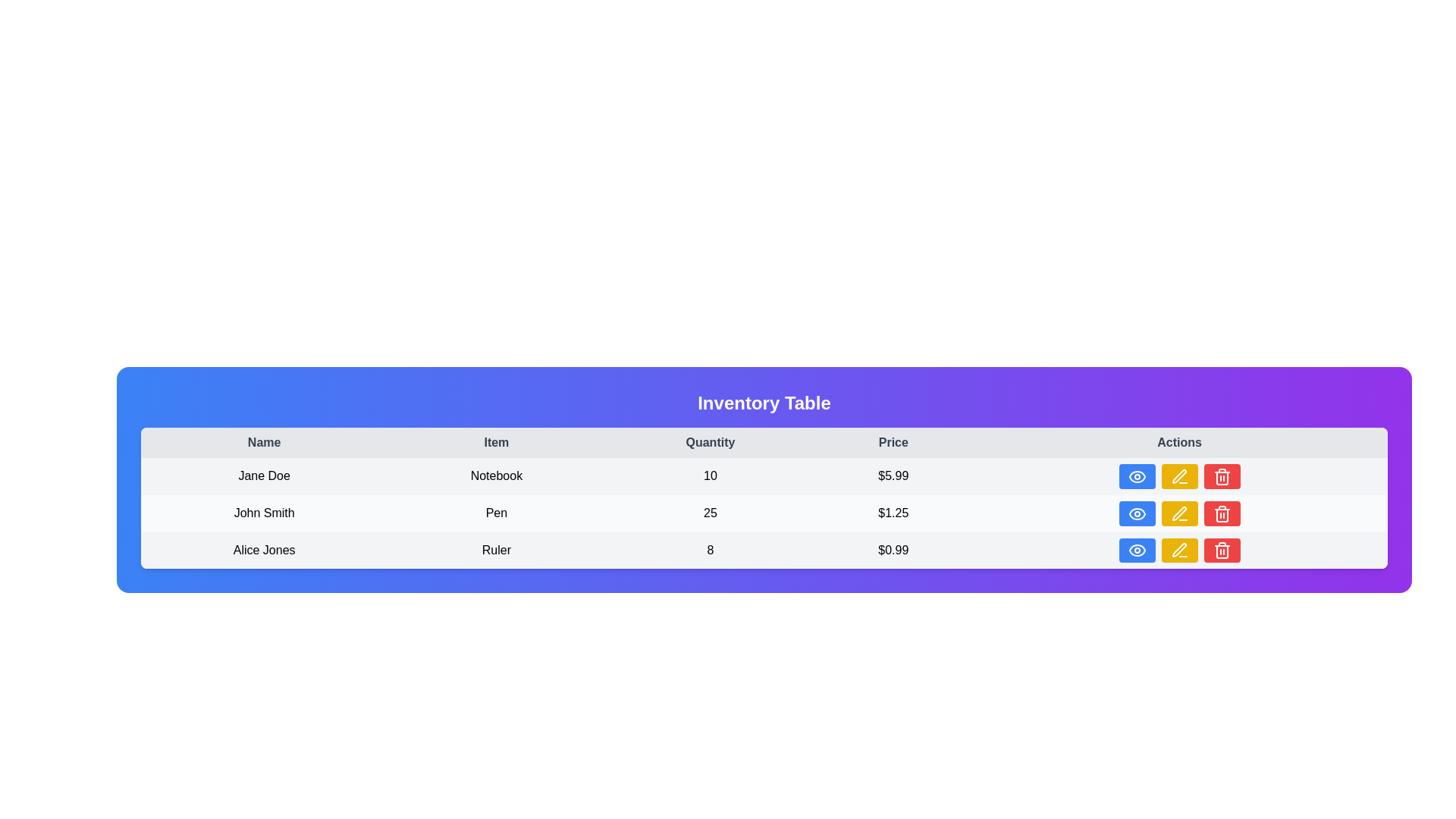 Image resolution: width=1456 pixels, height=819 pixels. Describe the element at coordinates (1178, 475) in the screenshot. I see `the edit button located in the second row of the 'Actions' column, next to the blue 'view' button and red 'delete' button, to initiate editing` at that location.